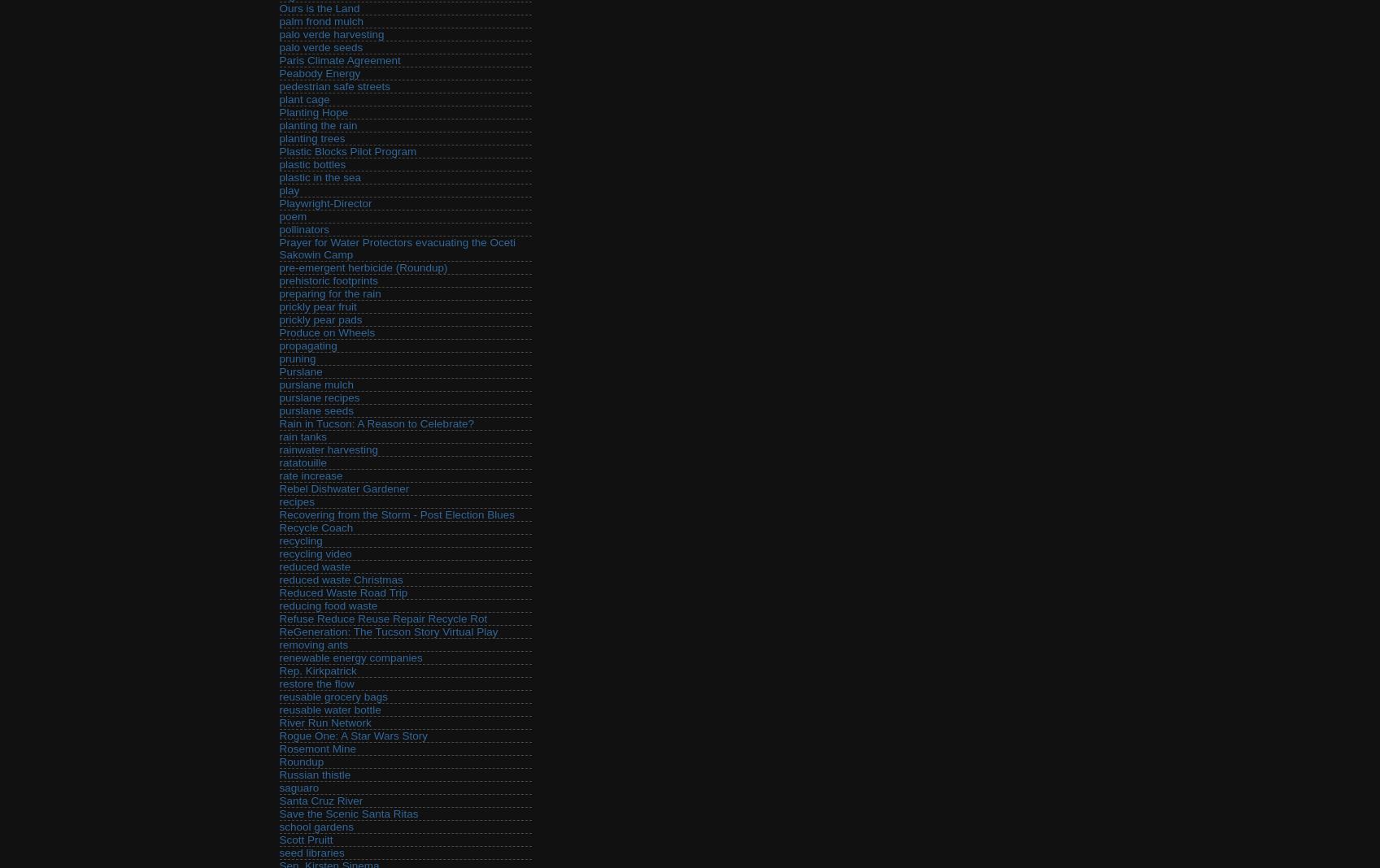  I want to click on 'rate increase', so click(310, 475).